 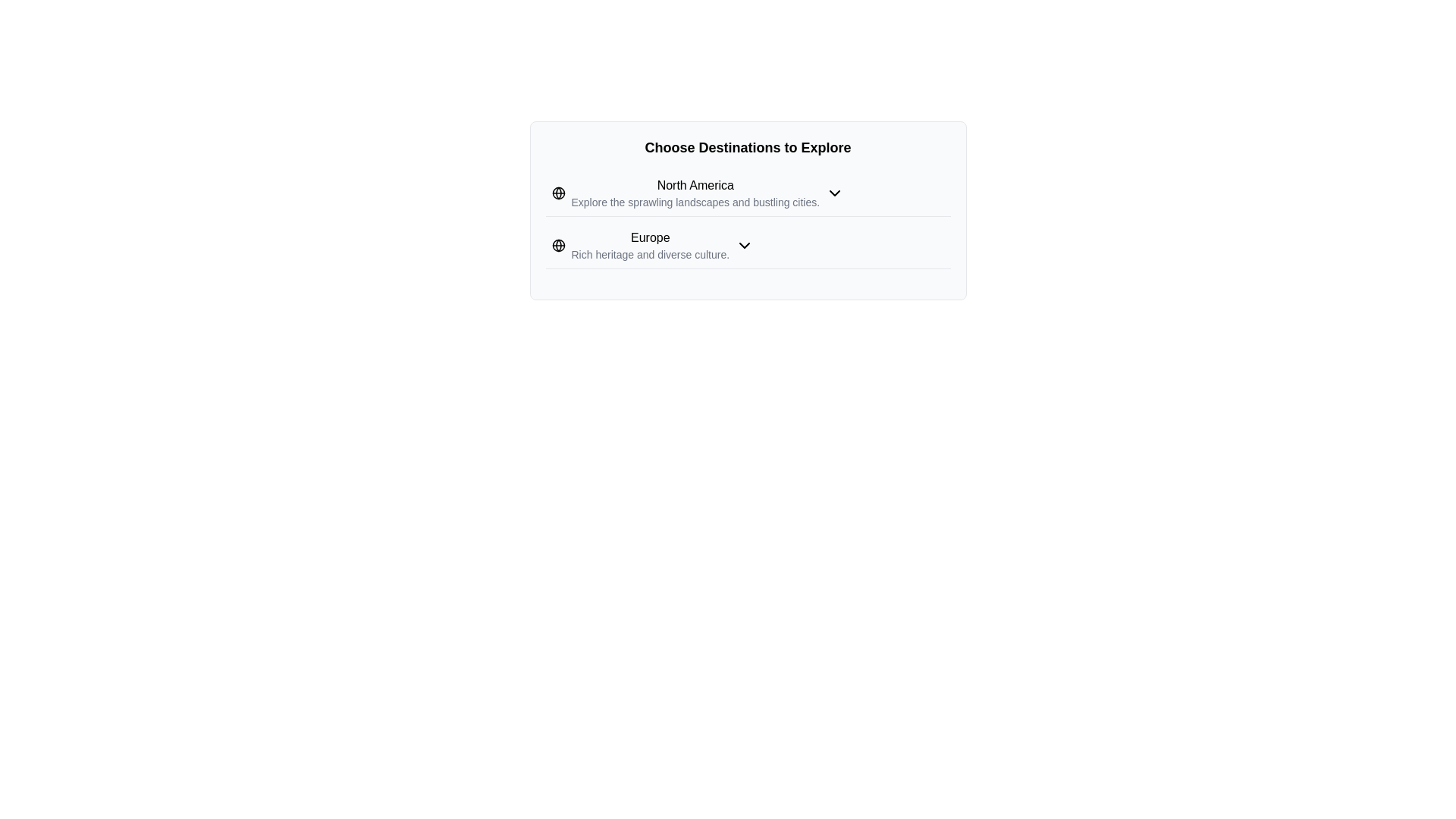 What do you see at coordinates (695, 201) in the screenshot?
I see `the text label providing additional information about the 'North America' section, which is positioned below the header text 'North America'` at bounding box center [695, 201].